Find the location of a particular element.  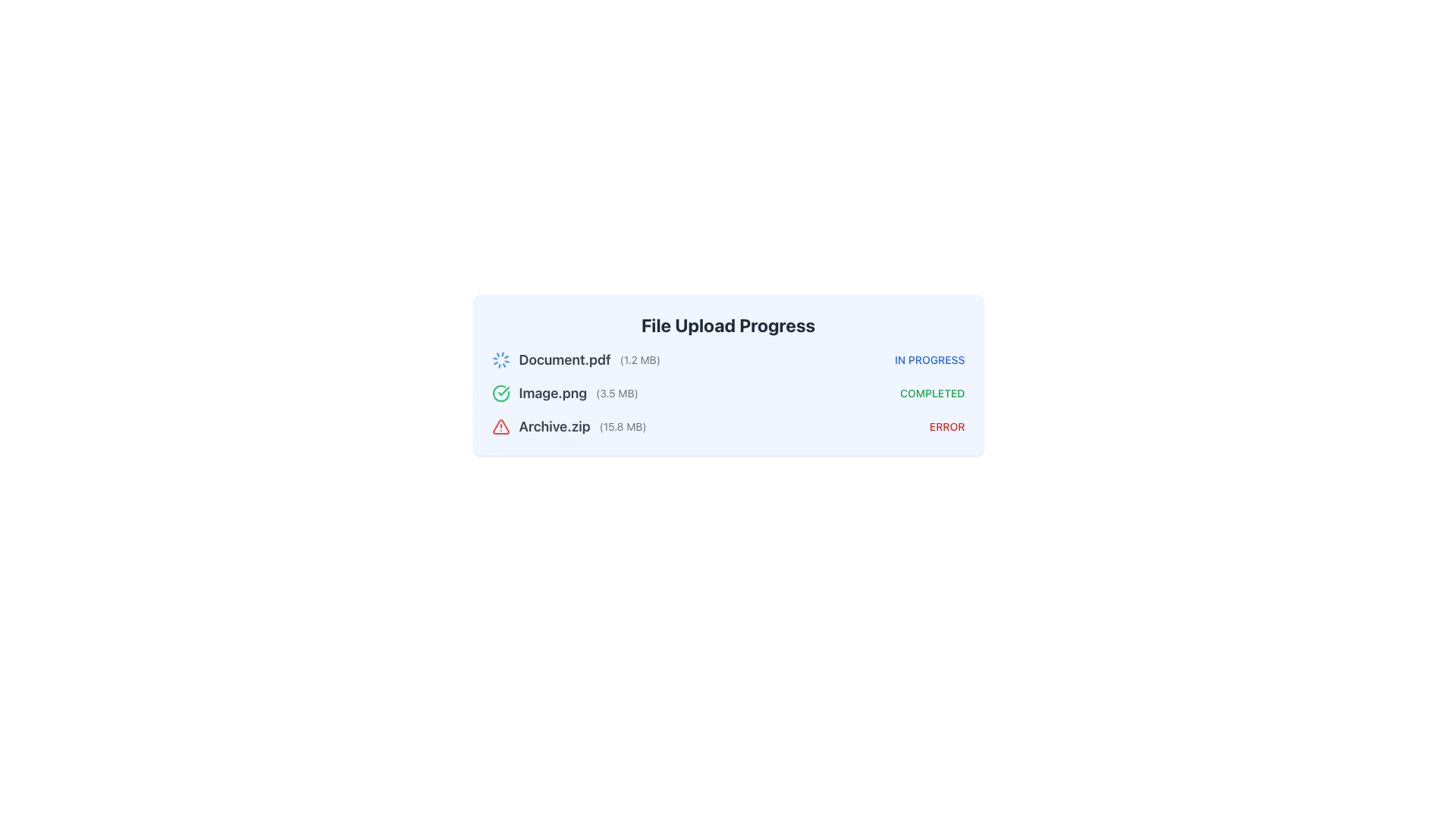

the 'IN PROGRESS' text label indicating the current file transfer status for 'Document.pdf' located in the 'File Upload Progress' section is located at coordinates (929, 359).